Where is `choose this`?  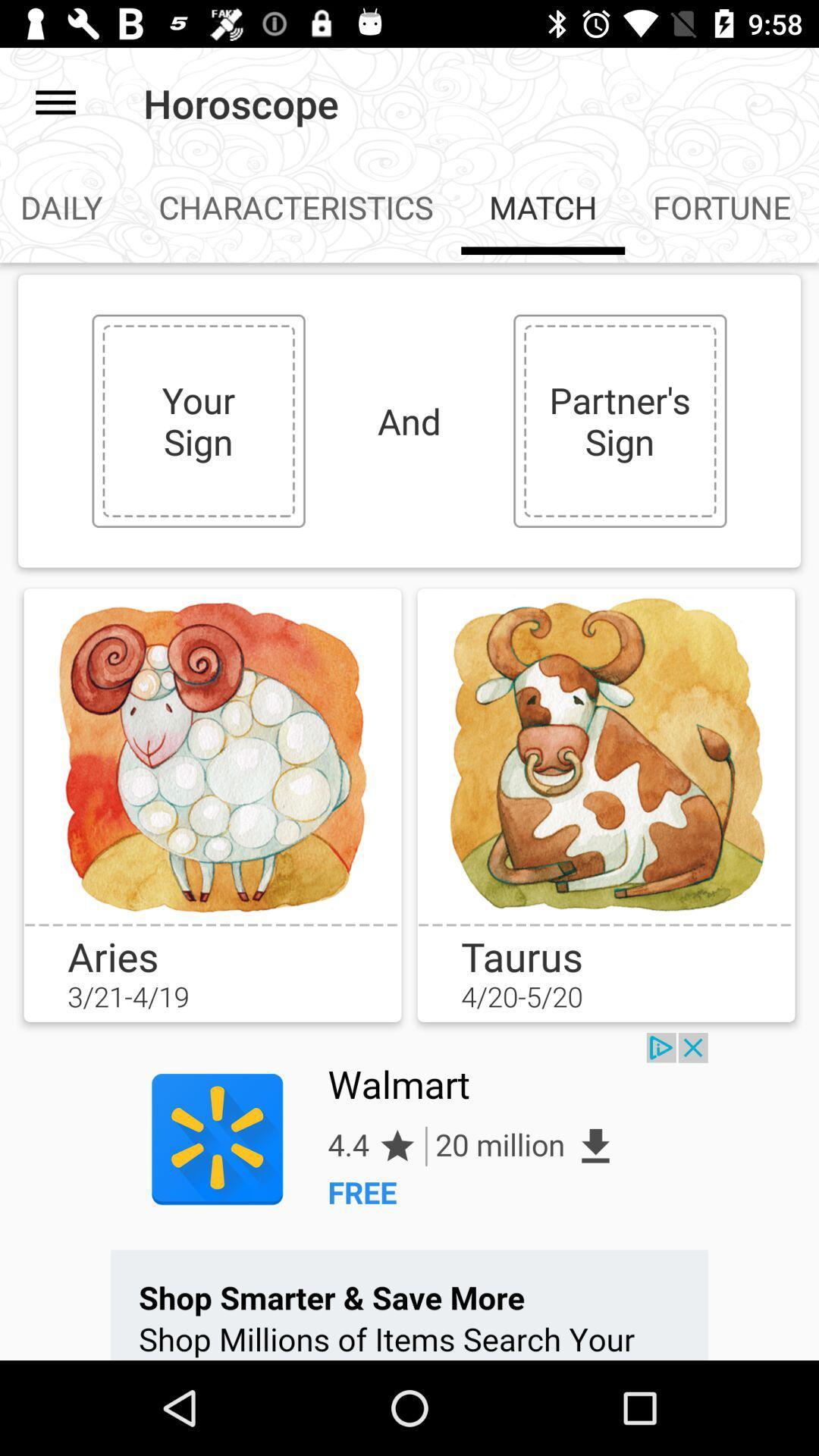 choose this is located at coordinates (605, 755).